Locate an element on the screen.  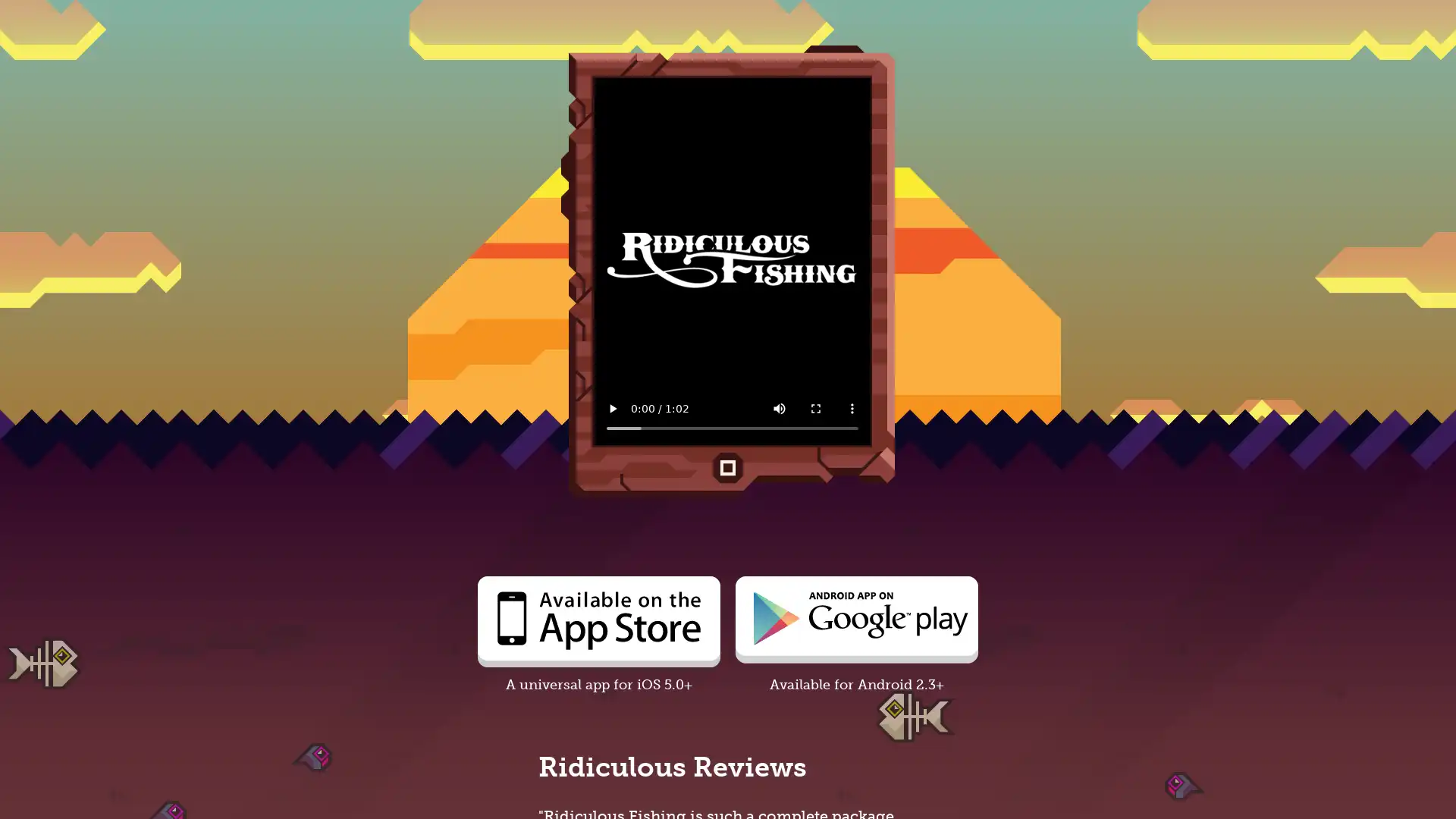
show more media controls is located at coordinates (852, 408).